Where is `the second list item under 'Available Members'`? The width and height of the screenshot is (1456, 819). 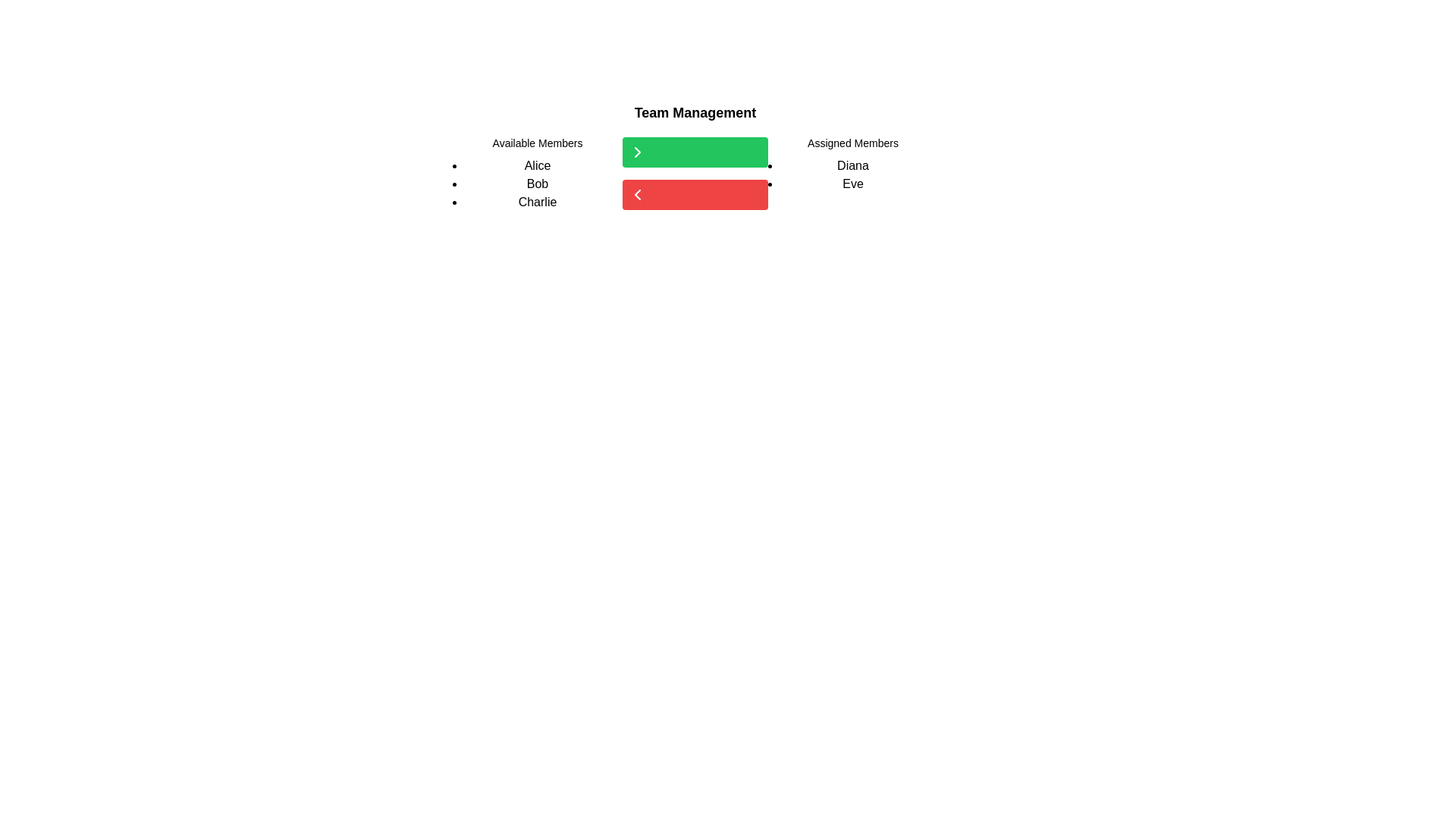
the second list item under 'Available Members' is located at coordinates (538, 184).